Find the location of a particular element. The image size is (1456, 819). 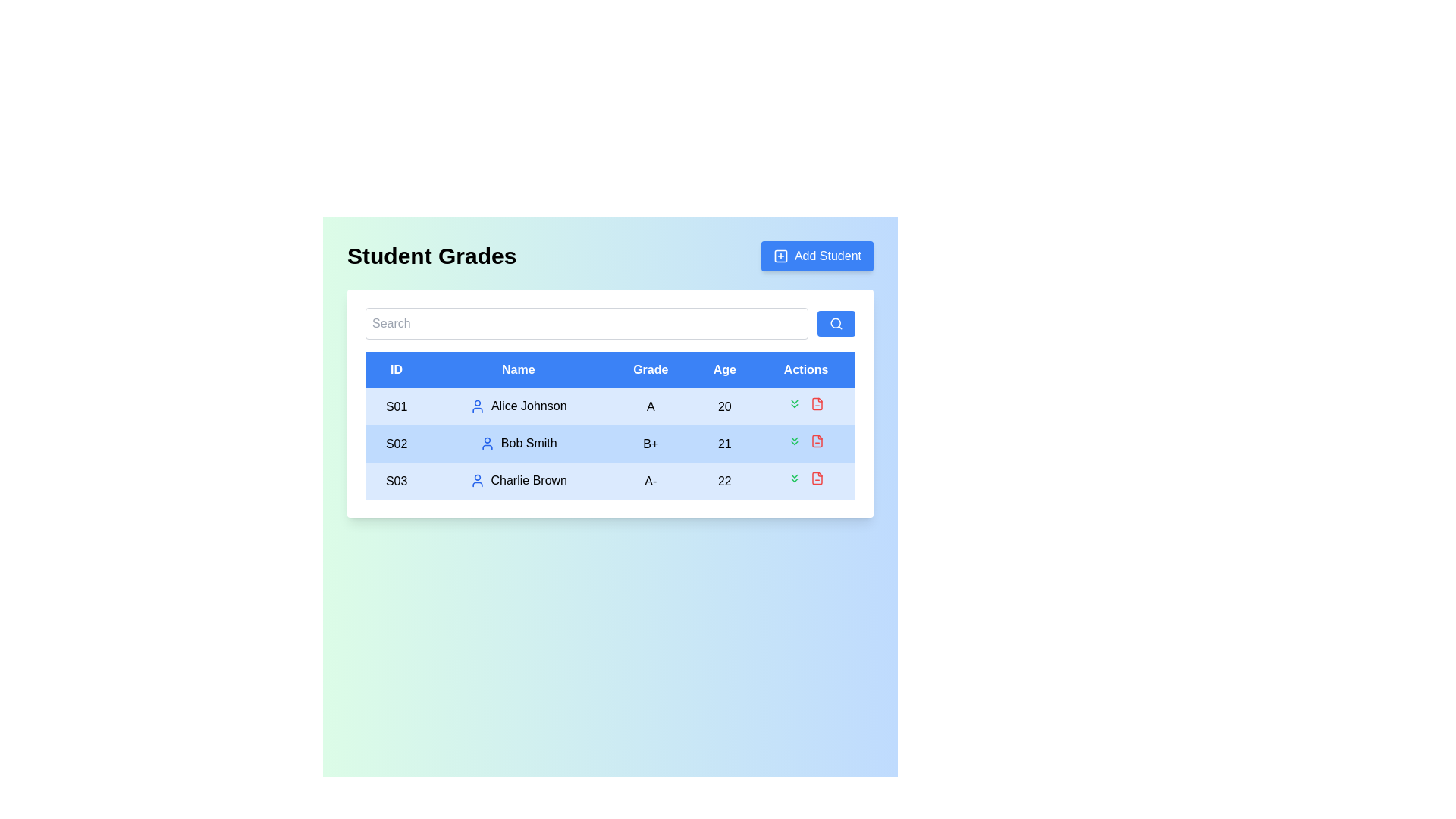

the text label displaying the grade 'A-' in the 'Grade' column of the third row associated with 'Charlie Brown' is located at coordinates (651, 481).